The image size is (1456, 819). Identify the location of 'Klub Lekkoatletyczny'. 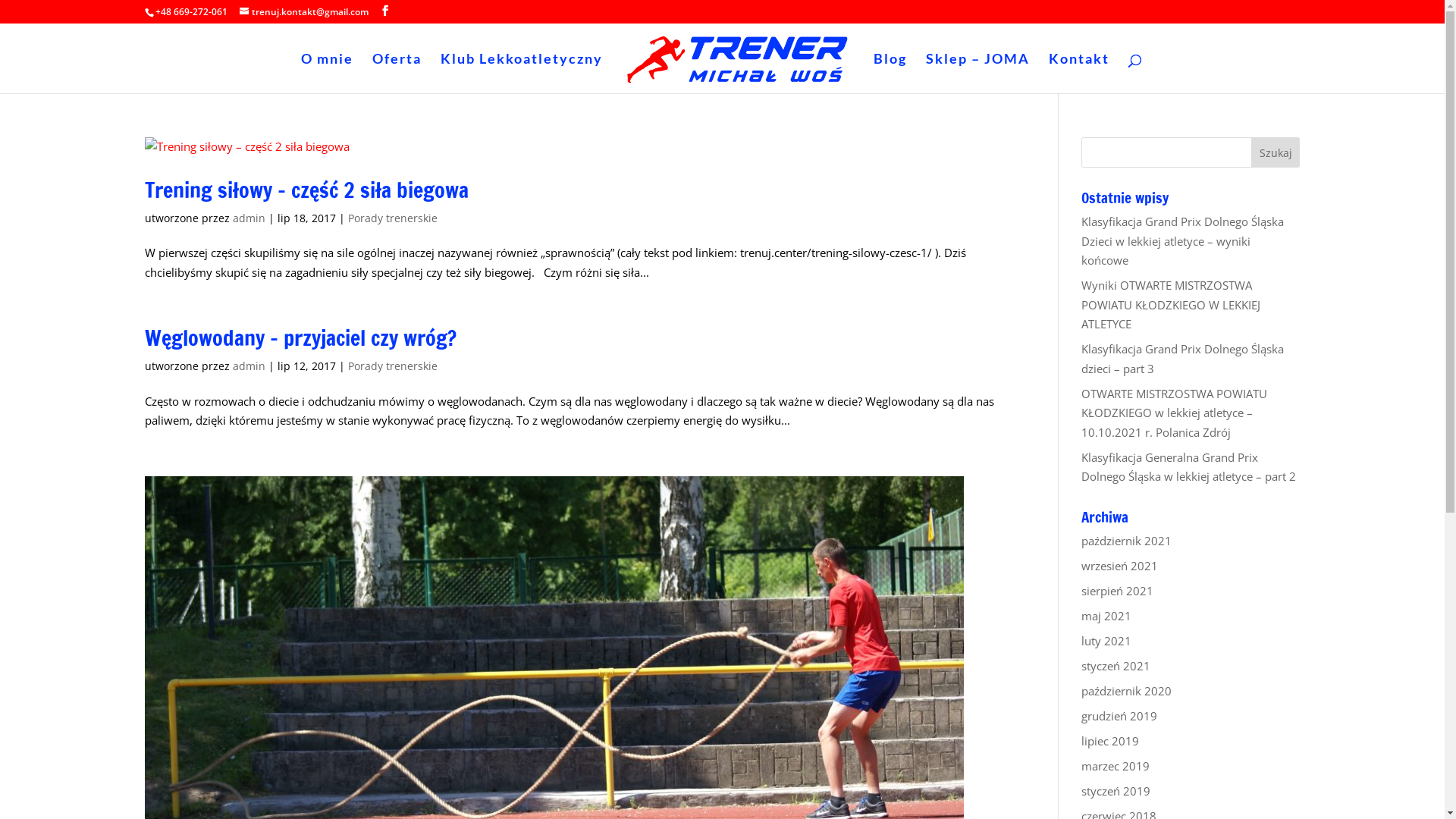
(521, 73).